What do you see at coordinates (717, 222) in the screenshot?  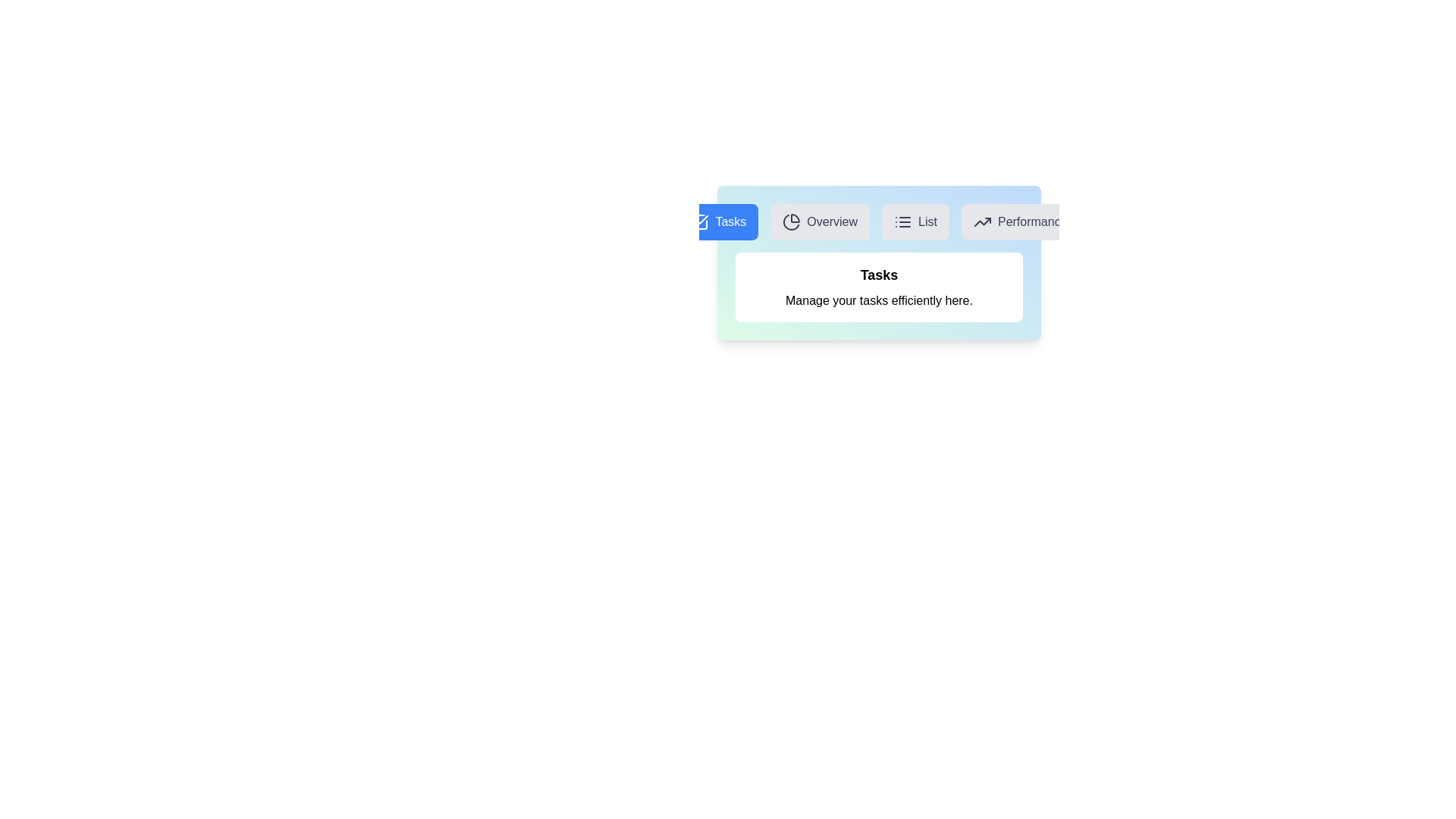 I see `the Tasks tab by clicking on its button` at bounding box center [717, 222].